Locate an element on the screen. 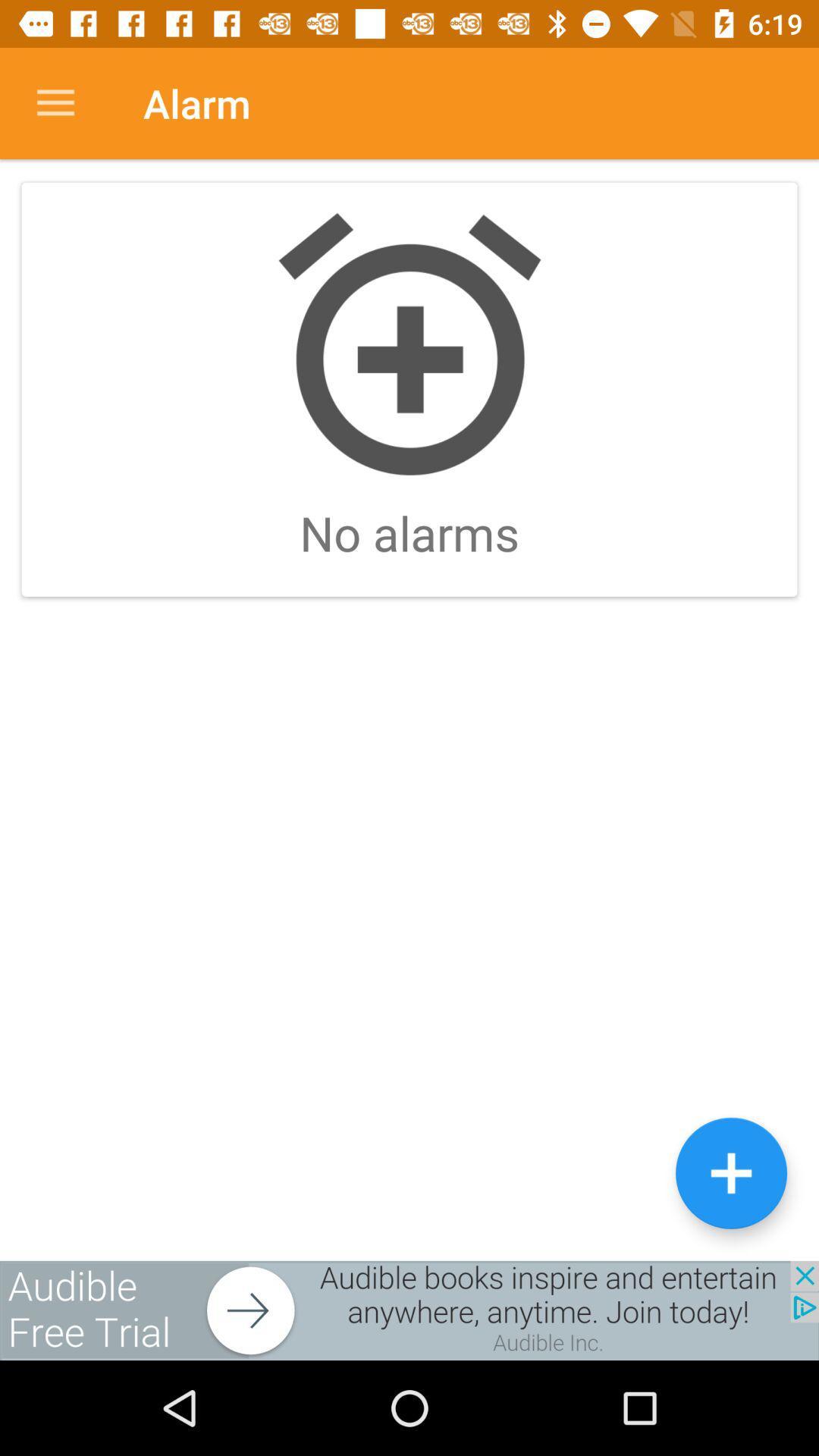 This screenshot has height=1456, width=819. the add icon is located at coordinates (730, 1172).